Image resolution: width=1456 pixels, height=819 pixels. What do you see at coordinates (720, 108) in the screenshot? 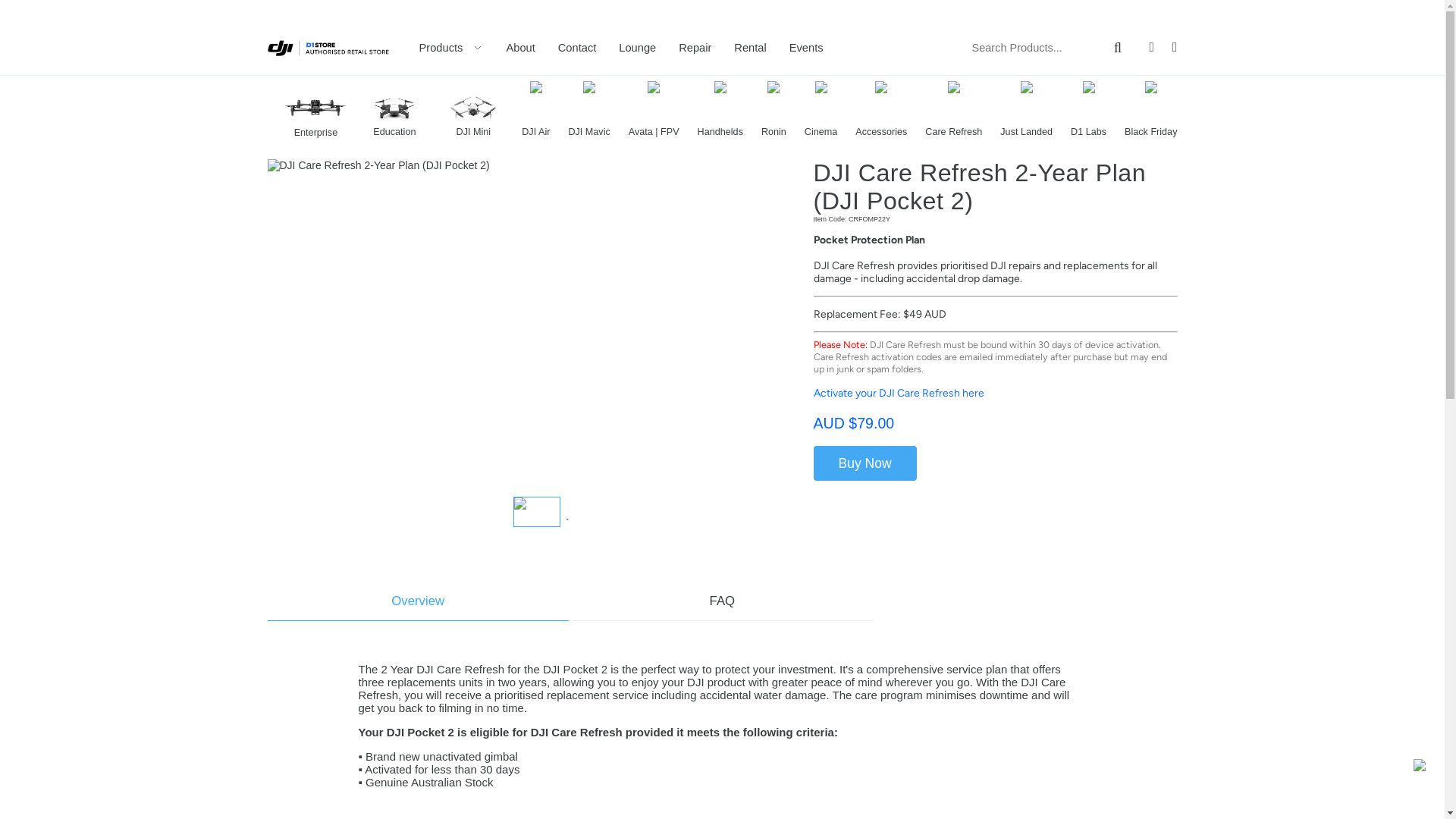
I see `'Handhelds'` at bounding box center [720, 108].